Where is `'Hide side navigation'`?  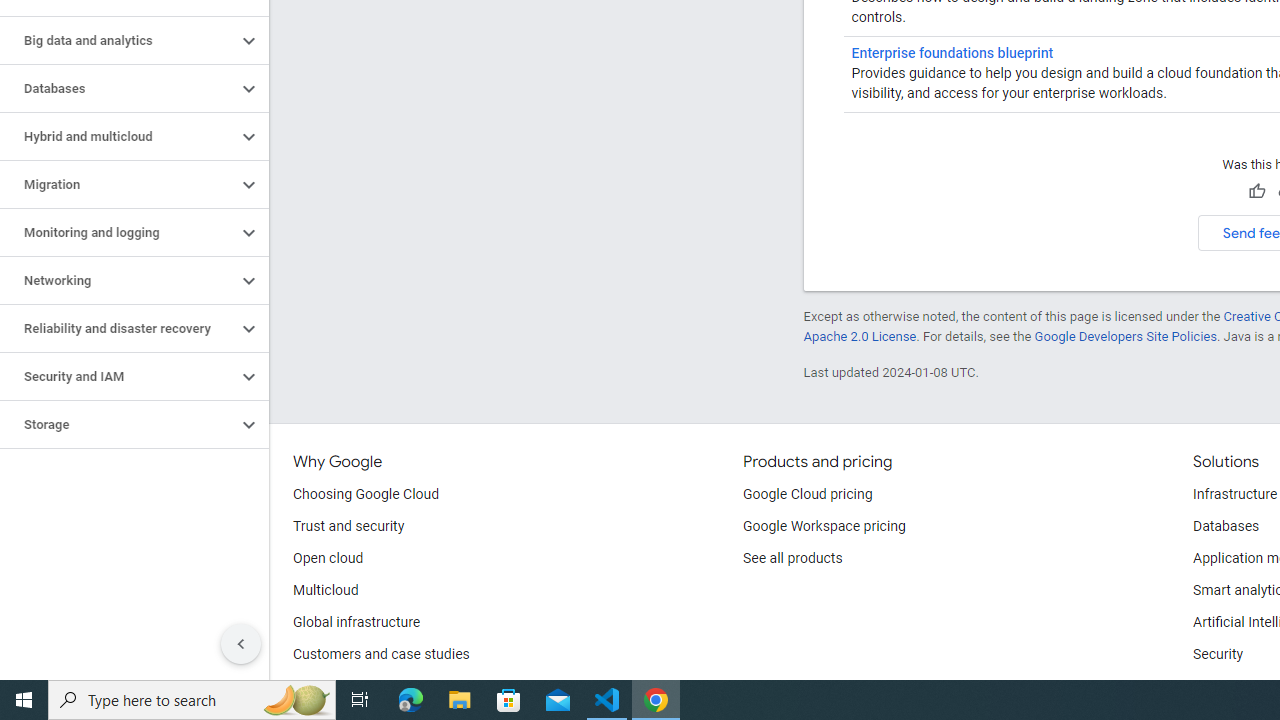 'Hide side navigation' is located at coordinates (240, 644).